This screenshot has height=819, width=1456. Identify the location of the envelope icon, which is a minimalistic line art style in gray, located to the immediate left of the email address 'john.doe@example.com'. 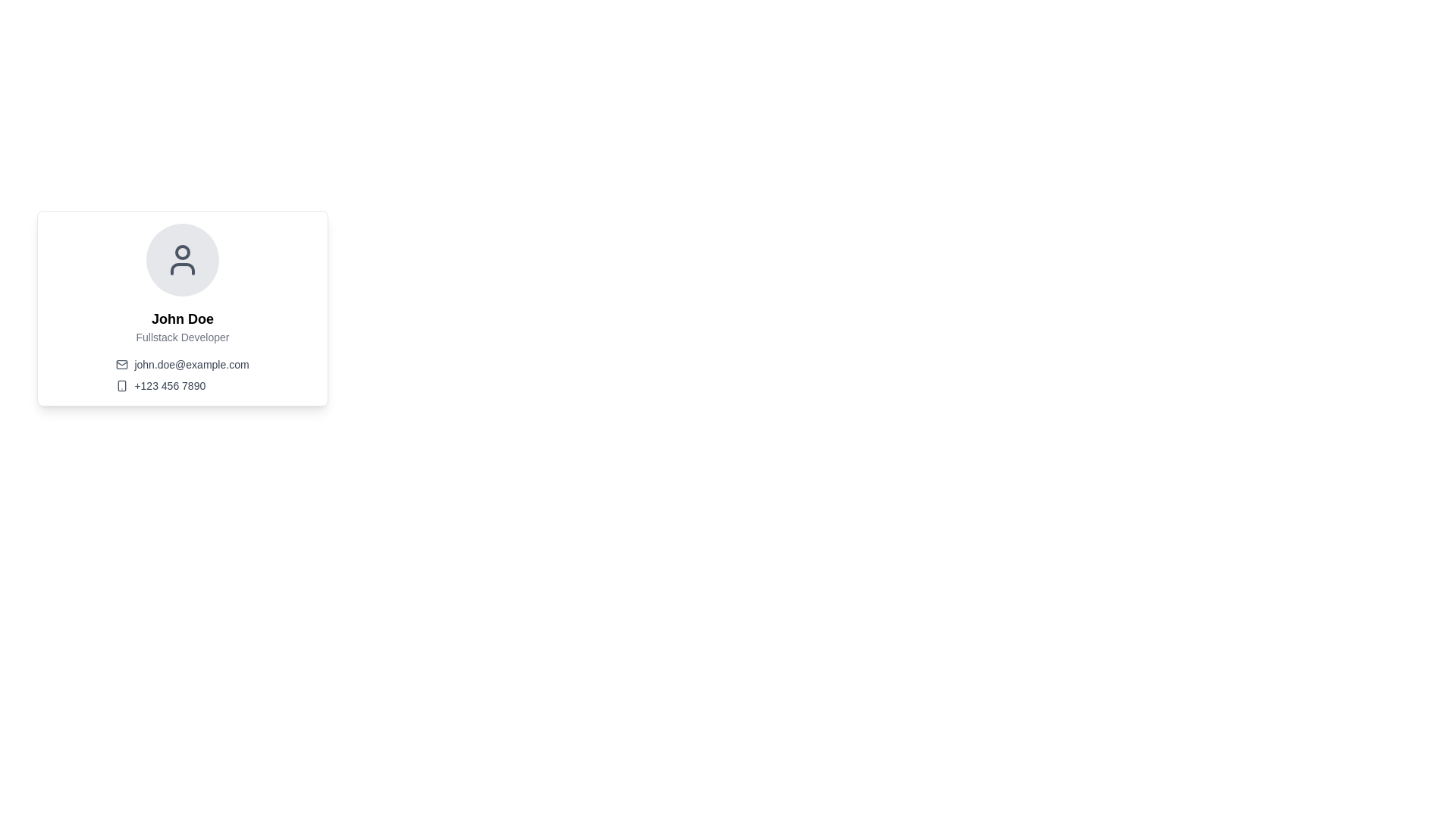
(122, 365).